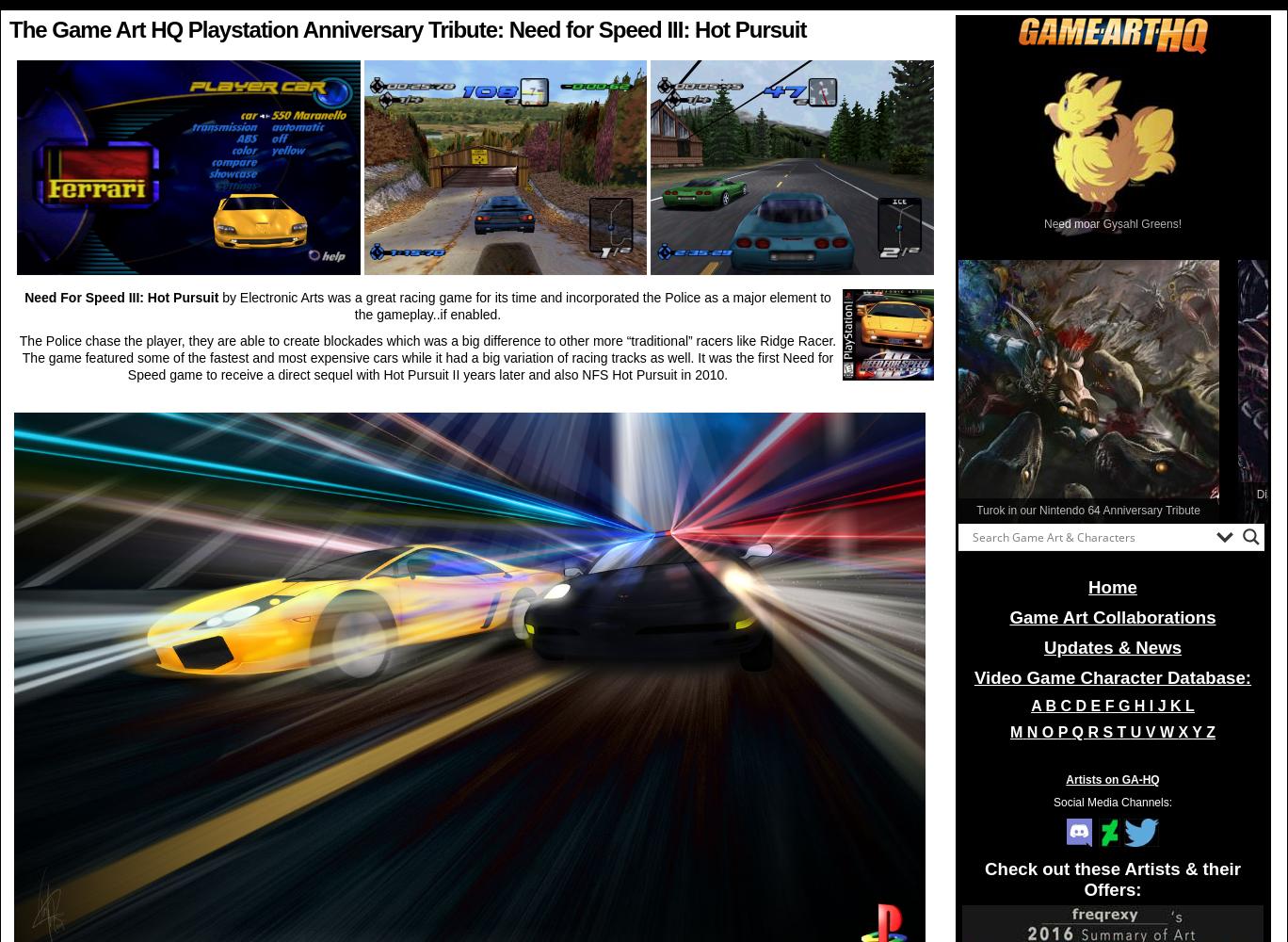  I want to click on 'O', so click(1049, 732).